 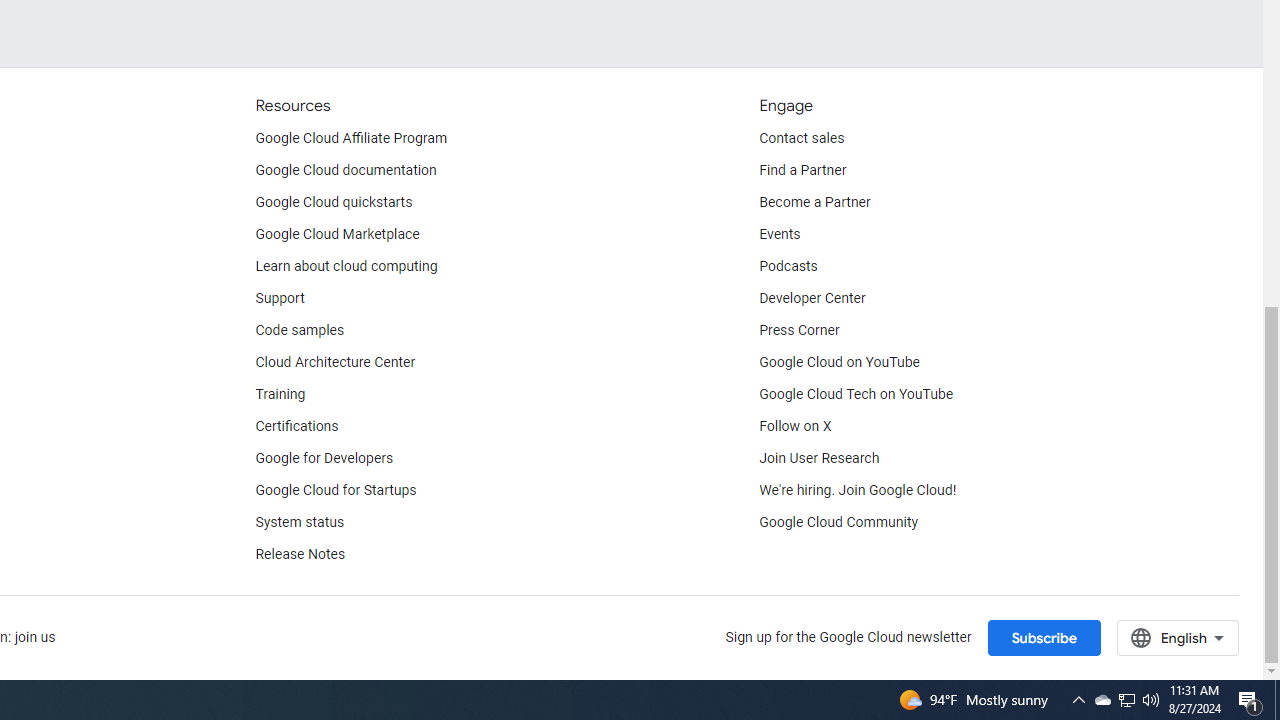 I want to click on 'Find a Partner', so click(x=803, y=170).